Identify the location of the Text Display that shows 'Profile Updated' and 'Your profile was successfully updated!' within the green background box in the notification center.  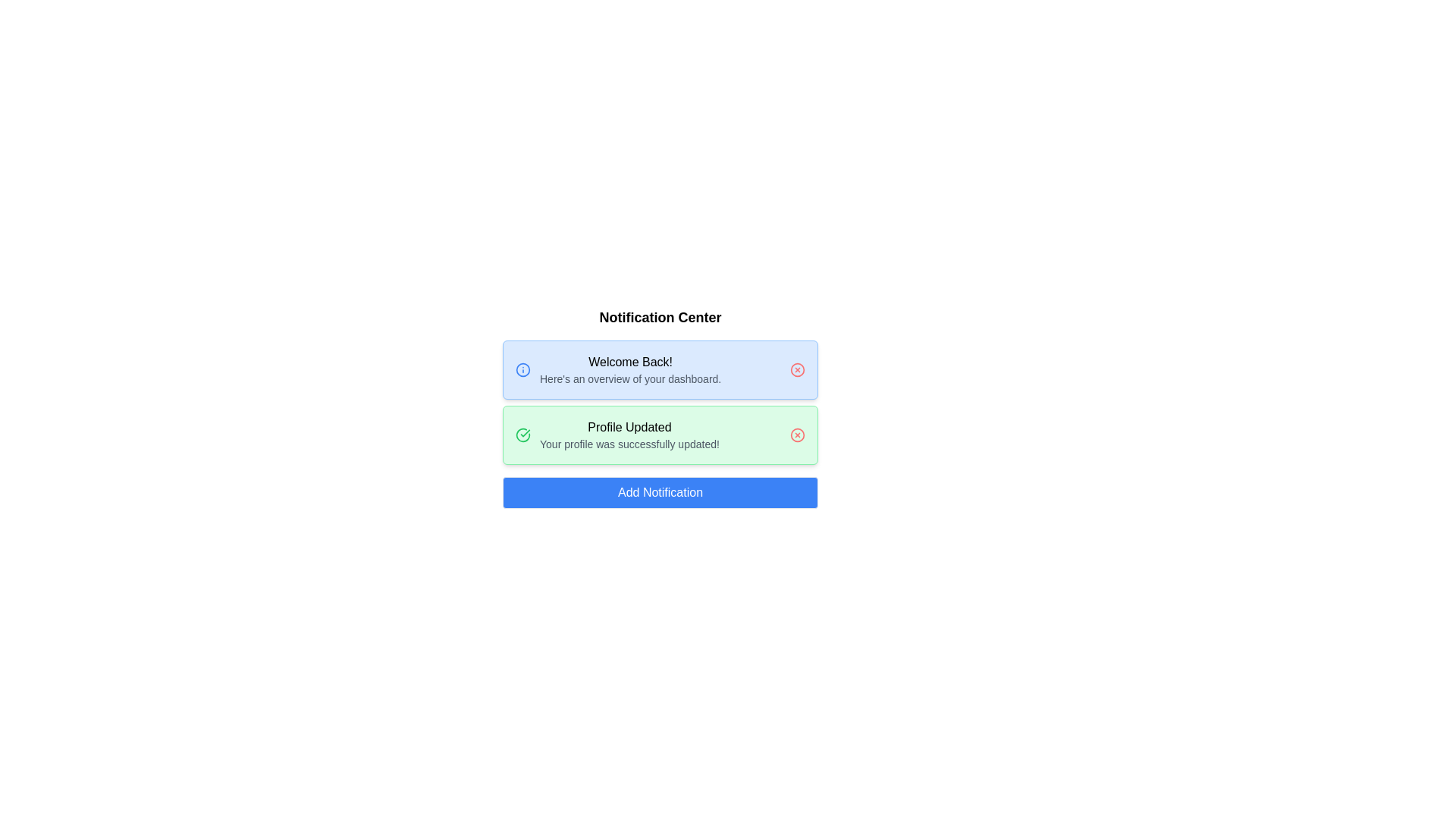
(629, 435).